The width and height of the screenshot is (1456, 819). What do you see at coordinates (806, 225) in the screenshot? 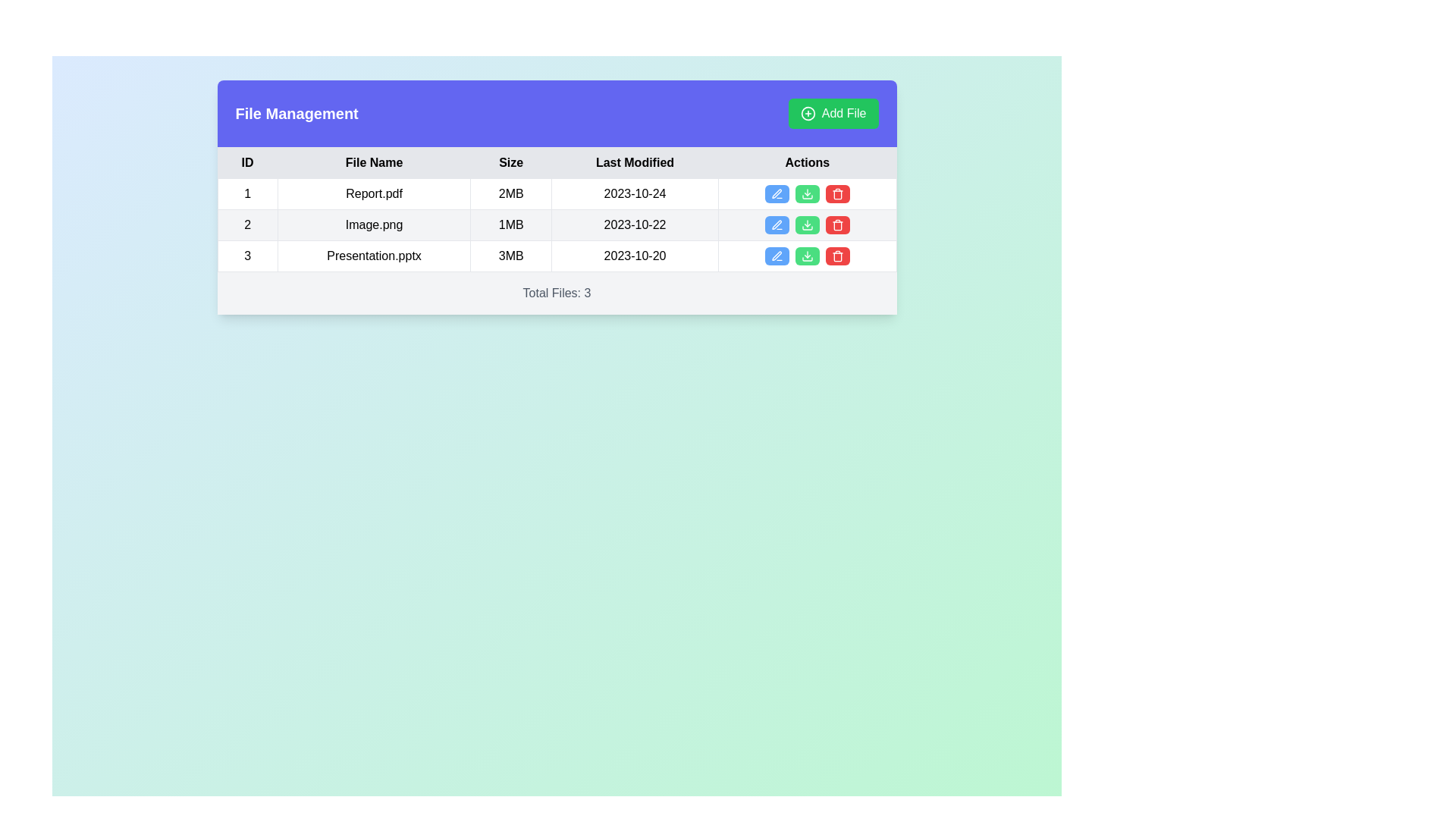
I see `the download button in the 'Actions' column of the second row to observe the hover effect on its background, which is positioned between the blue edit button and the red delete button` at bounding box center [806, 225].